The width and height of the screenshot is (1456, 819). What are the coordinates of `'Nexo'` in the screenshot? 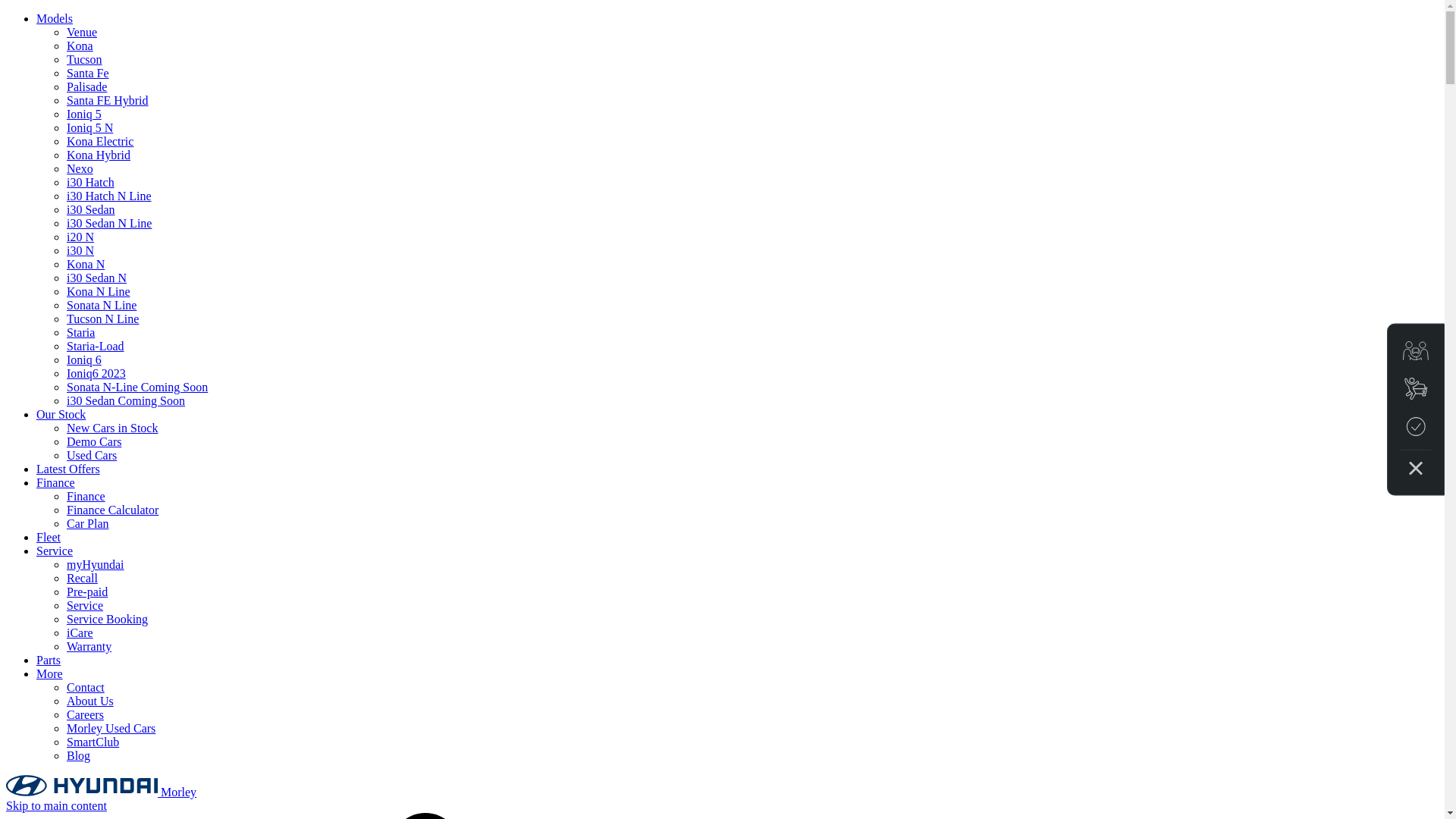 It's located at (79, 168).